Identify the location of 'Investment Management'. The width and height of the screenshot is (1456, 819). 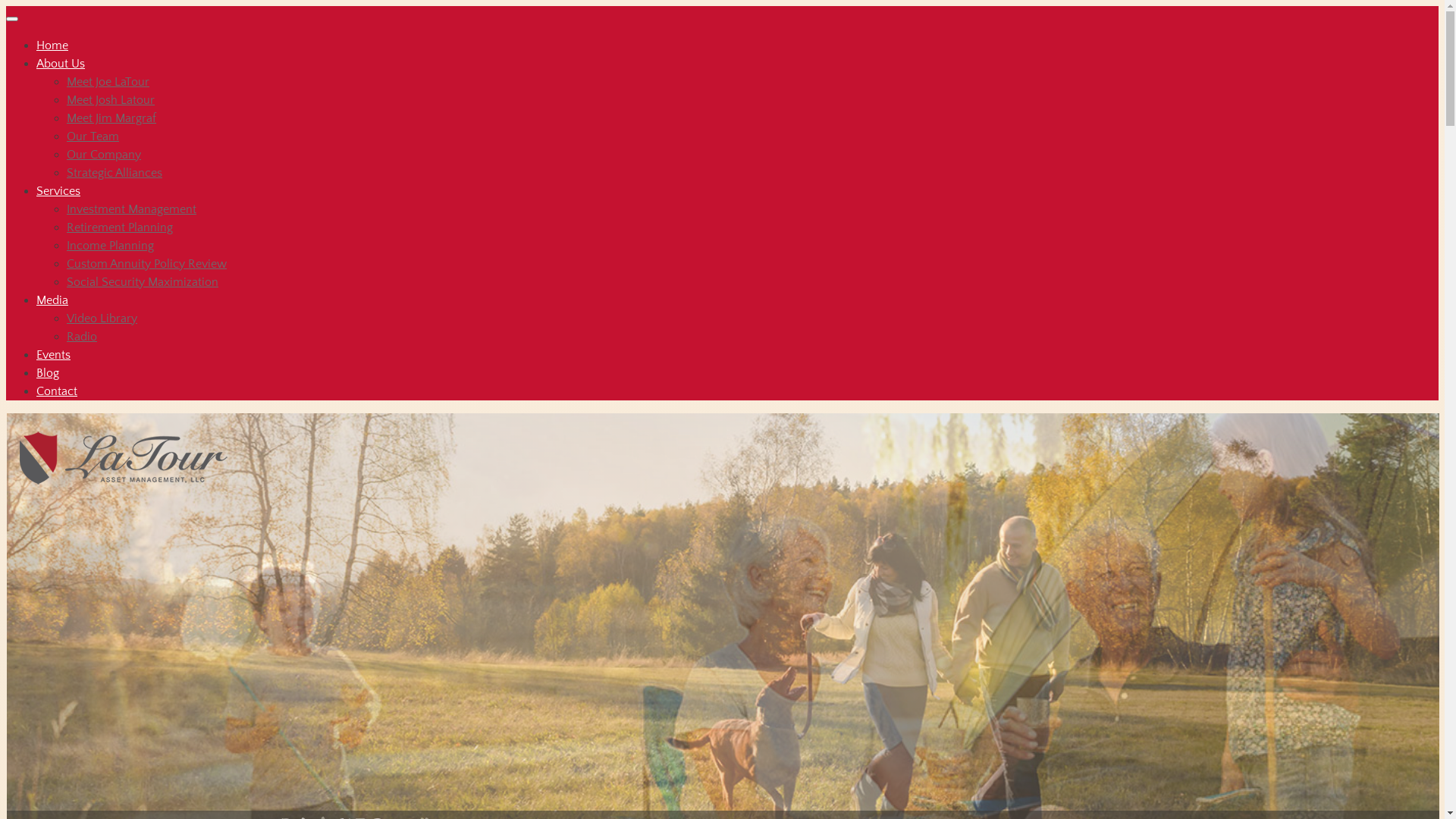
(131, 209).